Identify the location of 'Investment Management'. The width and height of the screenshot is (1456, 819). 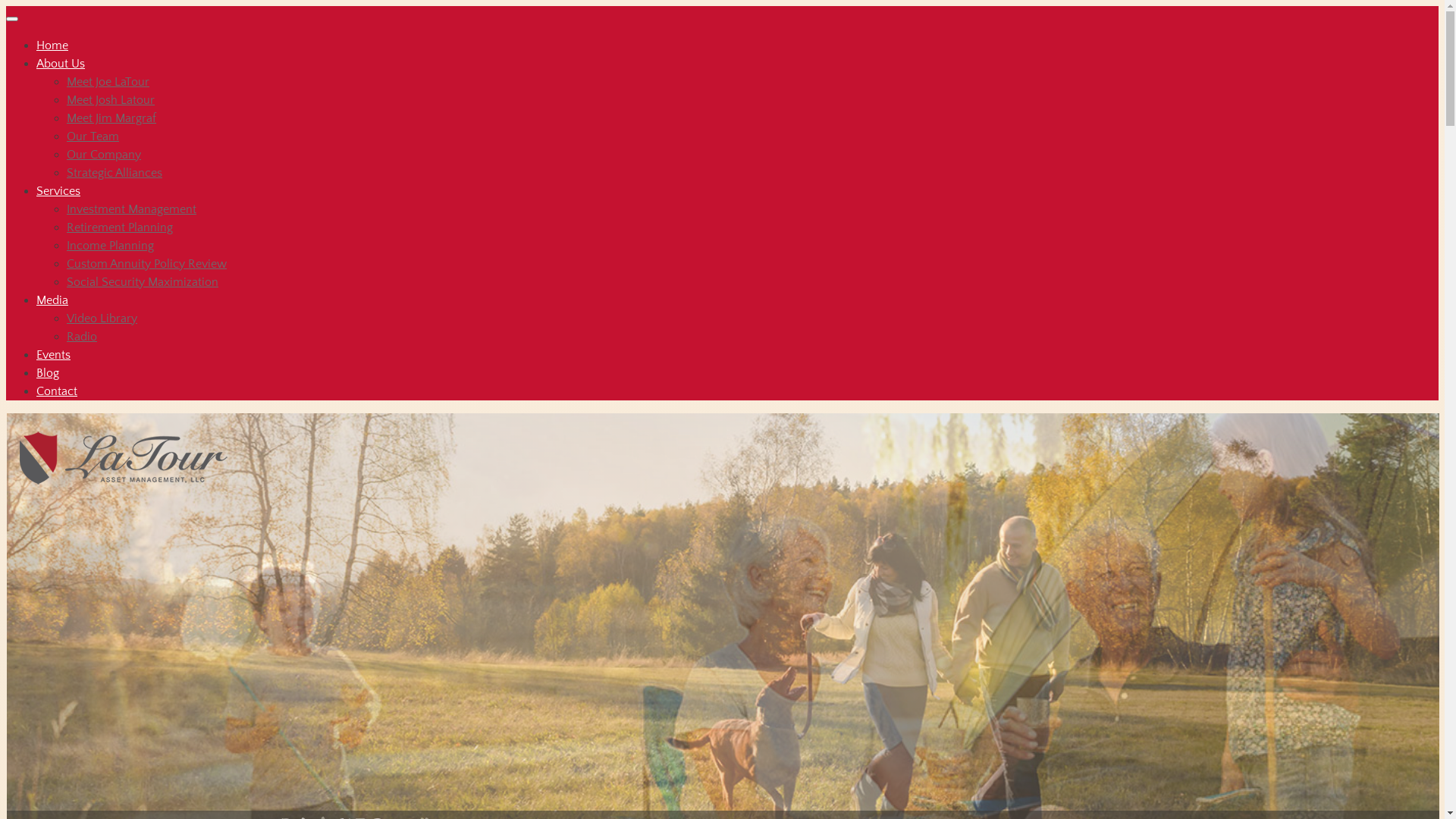
(131, 209).